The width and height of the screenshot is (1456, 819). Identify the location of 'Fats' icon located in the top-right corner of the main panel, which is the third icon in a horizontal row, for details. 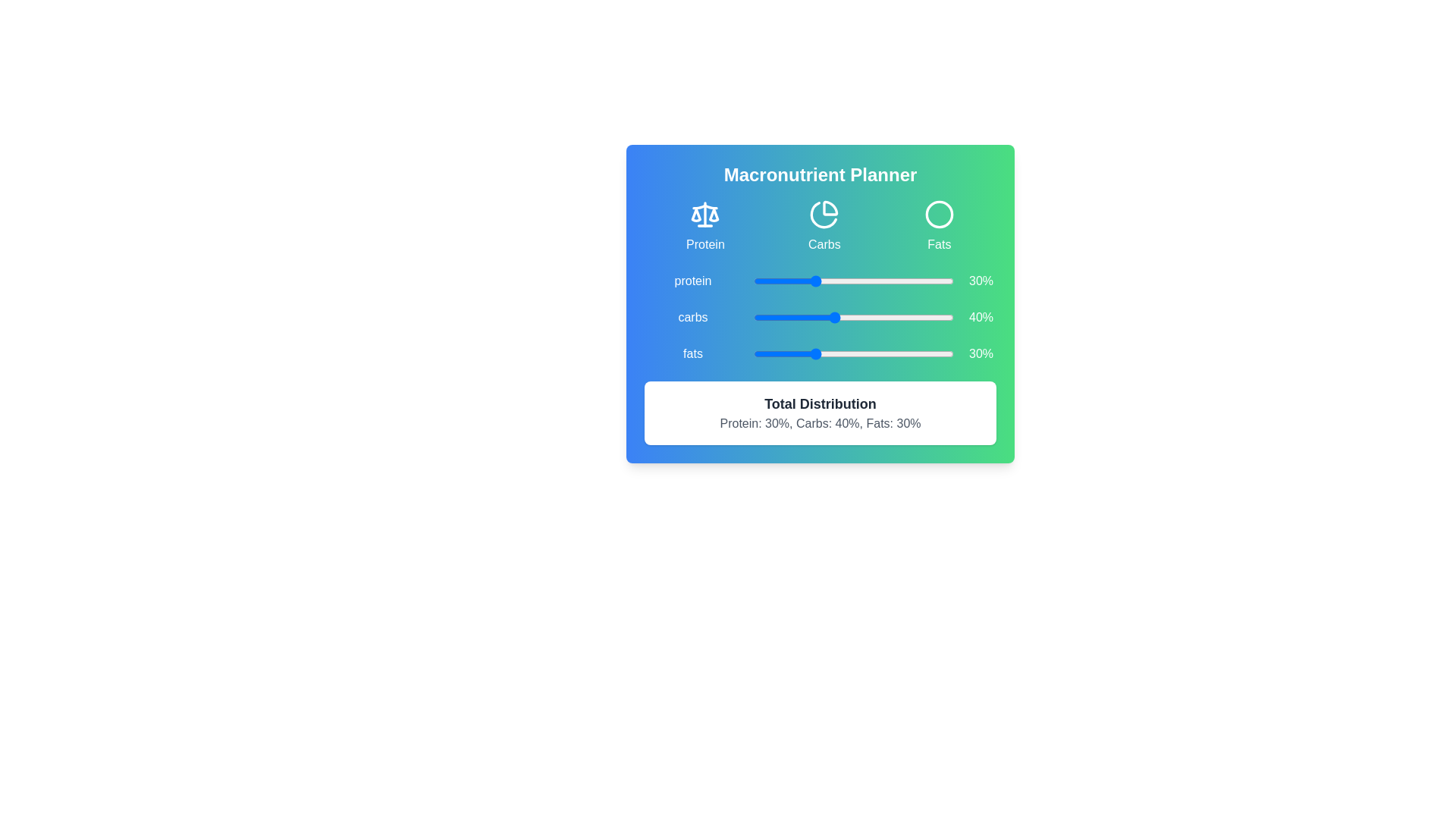
(938, 214).